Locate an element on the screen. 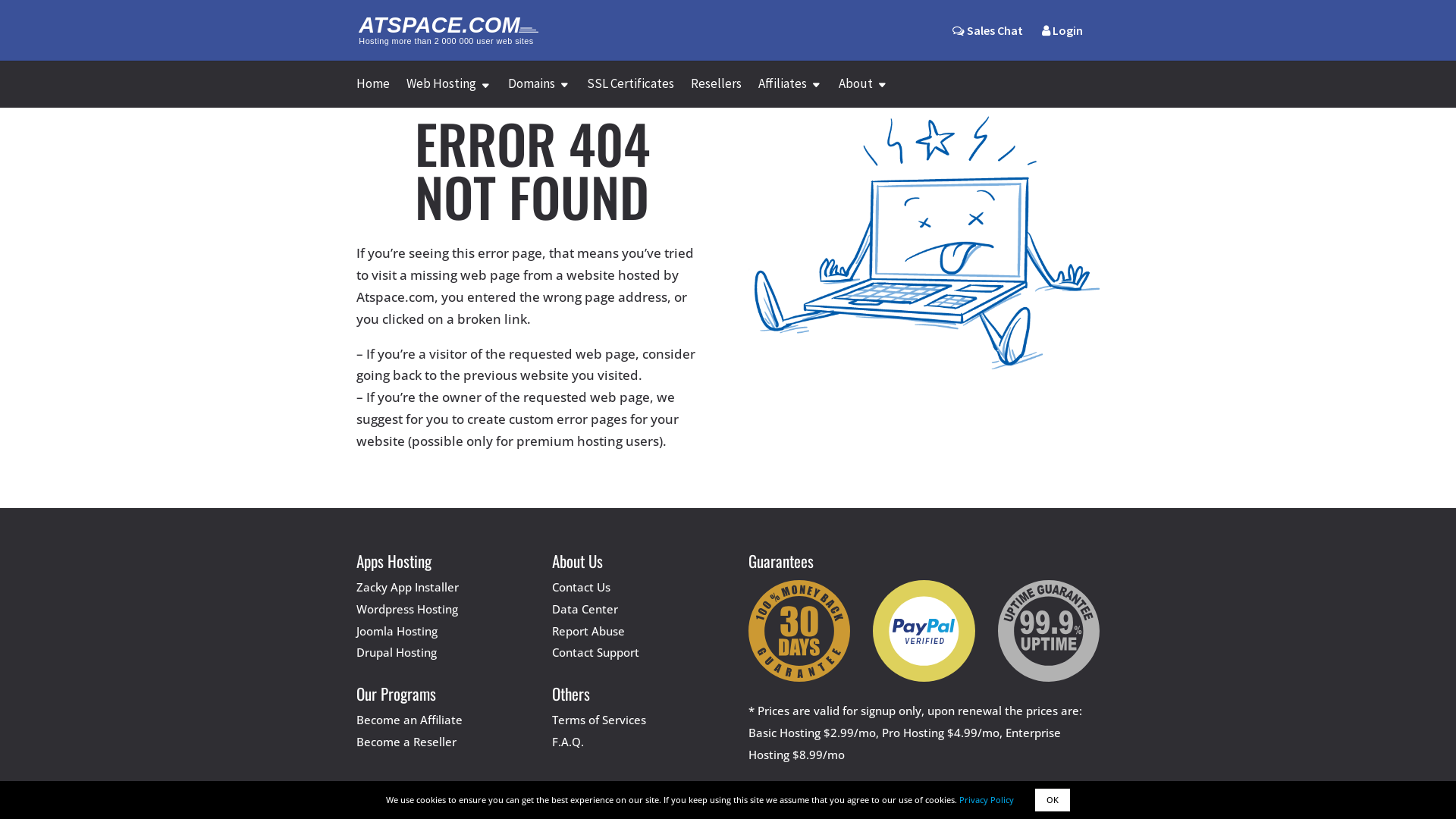  'F.A.Q.' is located at coordinates (551, 741).